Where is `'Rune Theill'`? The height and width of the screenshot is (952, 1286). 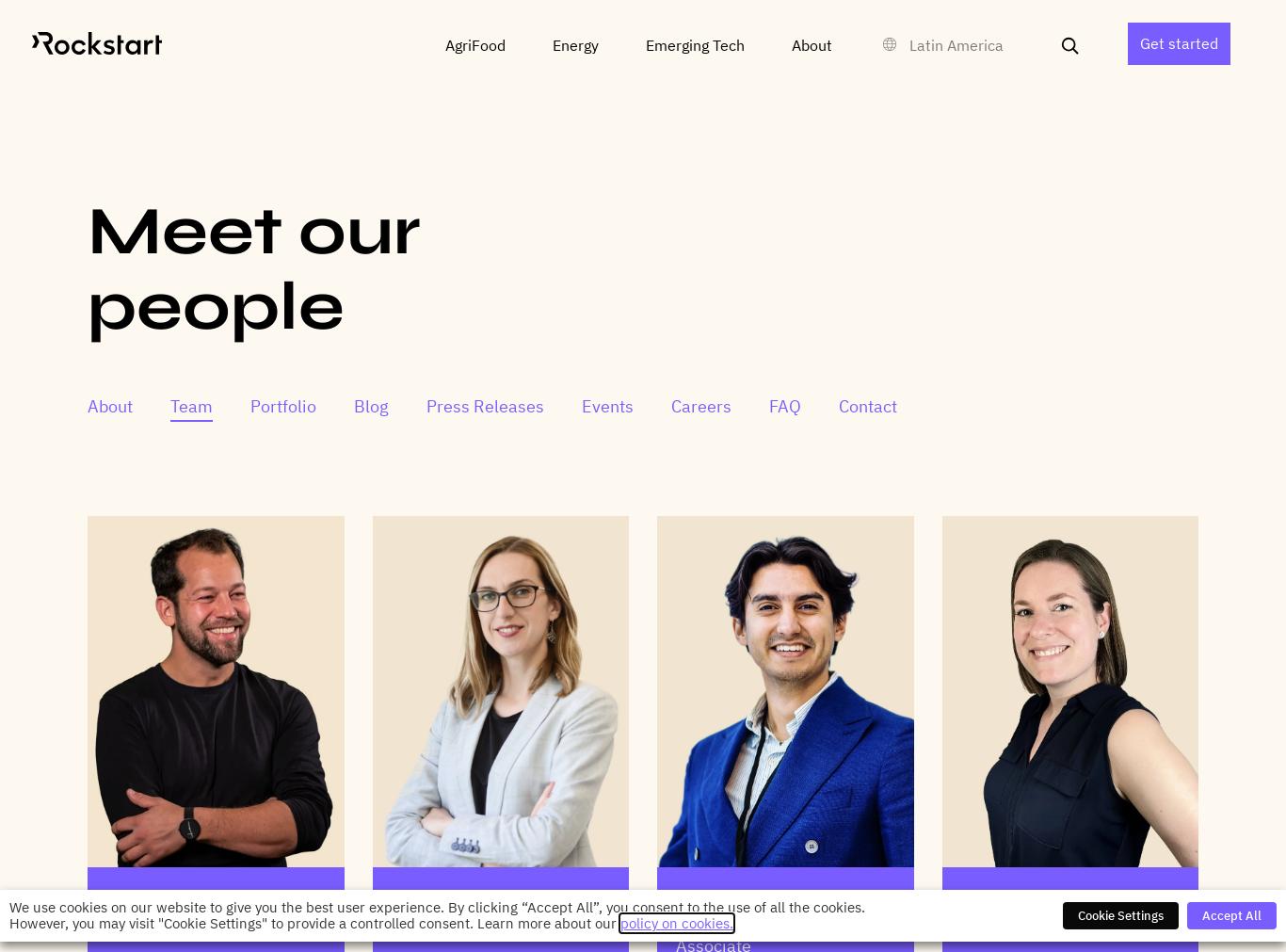
'Rune Theill' is located at coordinates (105, 896).